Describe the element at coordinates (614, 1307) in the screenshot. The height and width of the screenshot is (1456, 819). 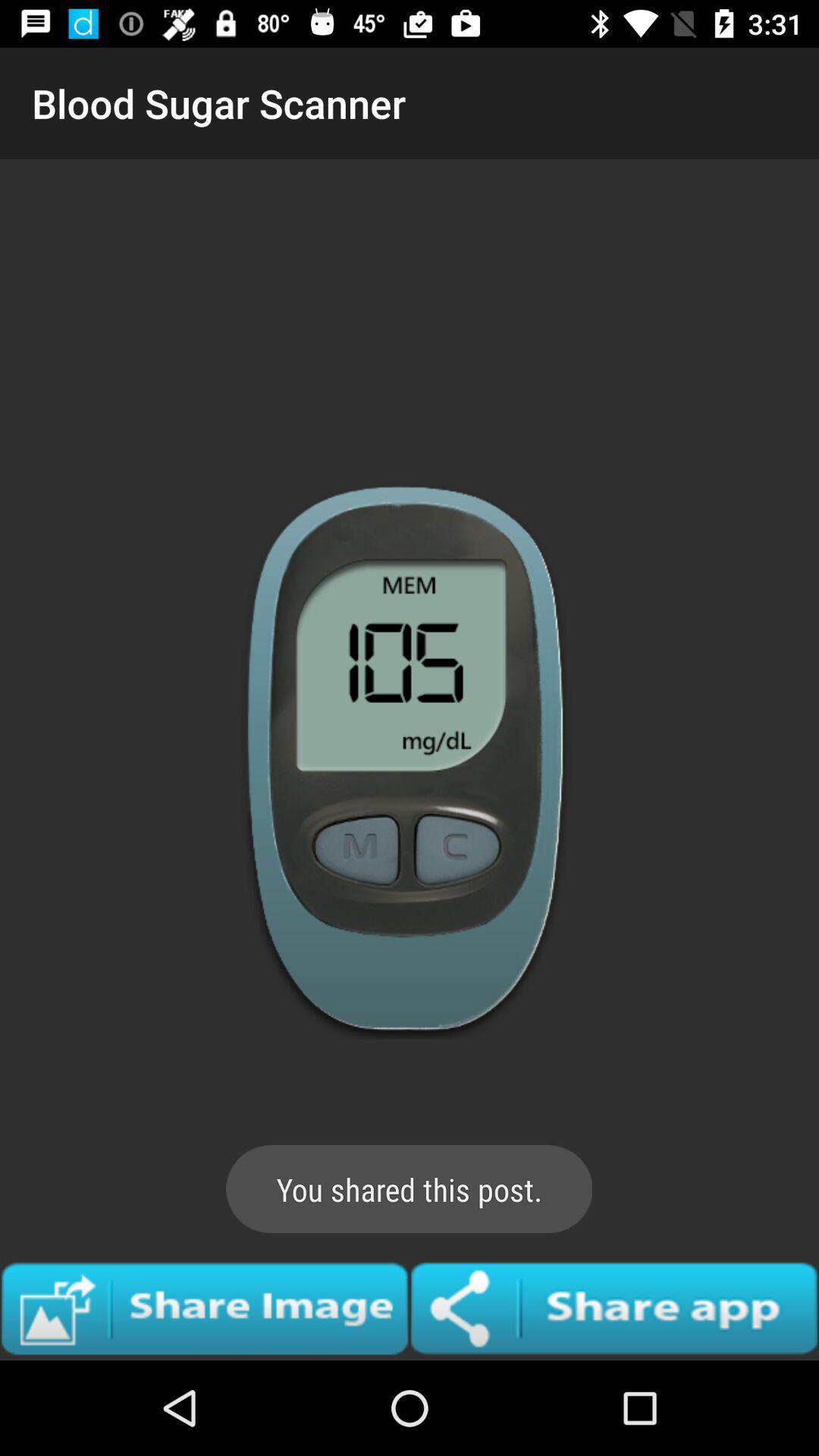
I see `share the app` at that location.